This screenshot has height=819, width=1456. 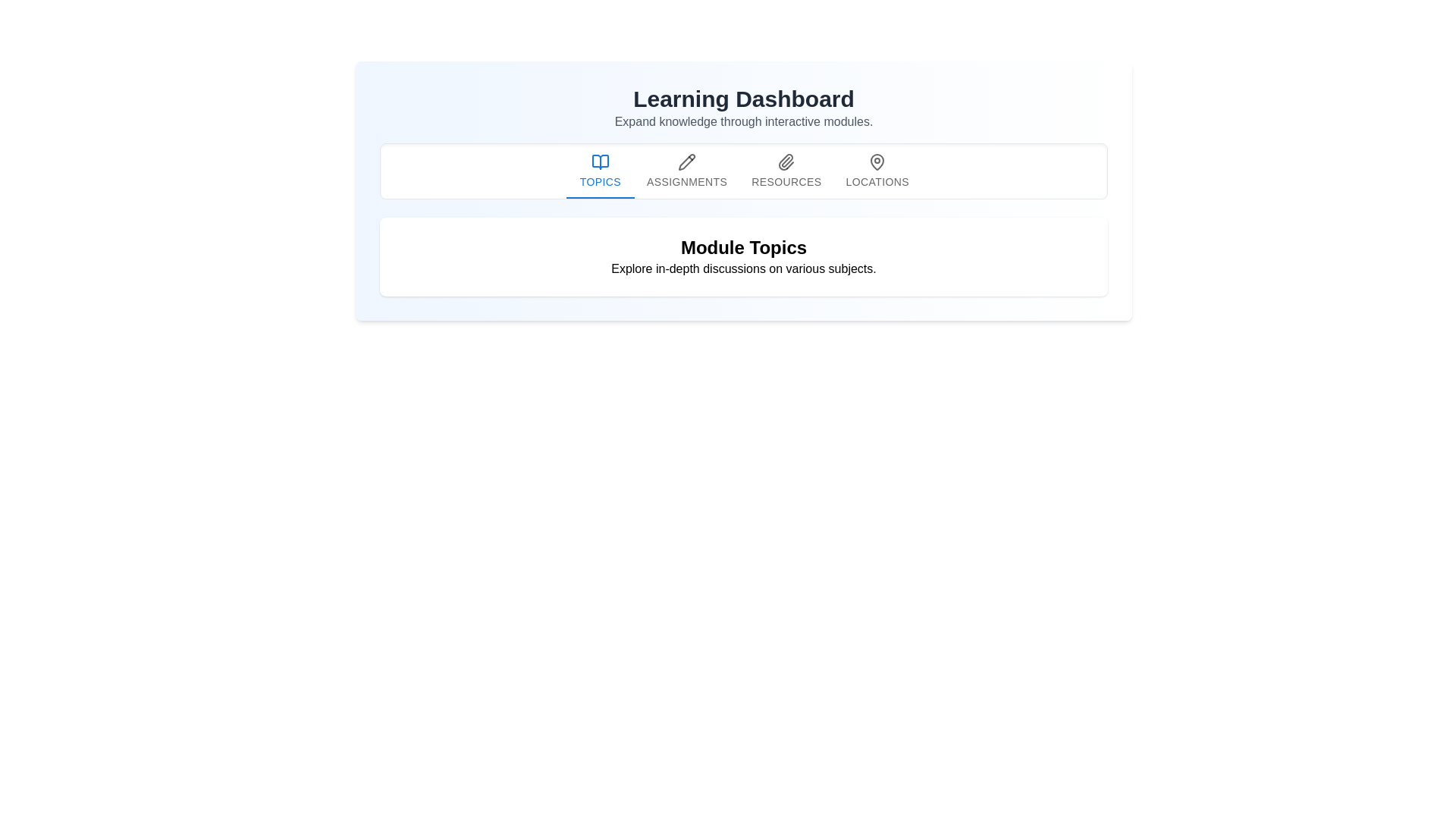 I want to click on textual content block titled 'Module Topics' with the description 'Explore in-depth discussions on various subjects.' located centrally below the 'Learning Dashboard' navigation bar, so click(x=743, y=256).